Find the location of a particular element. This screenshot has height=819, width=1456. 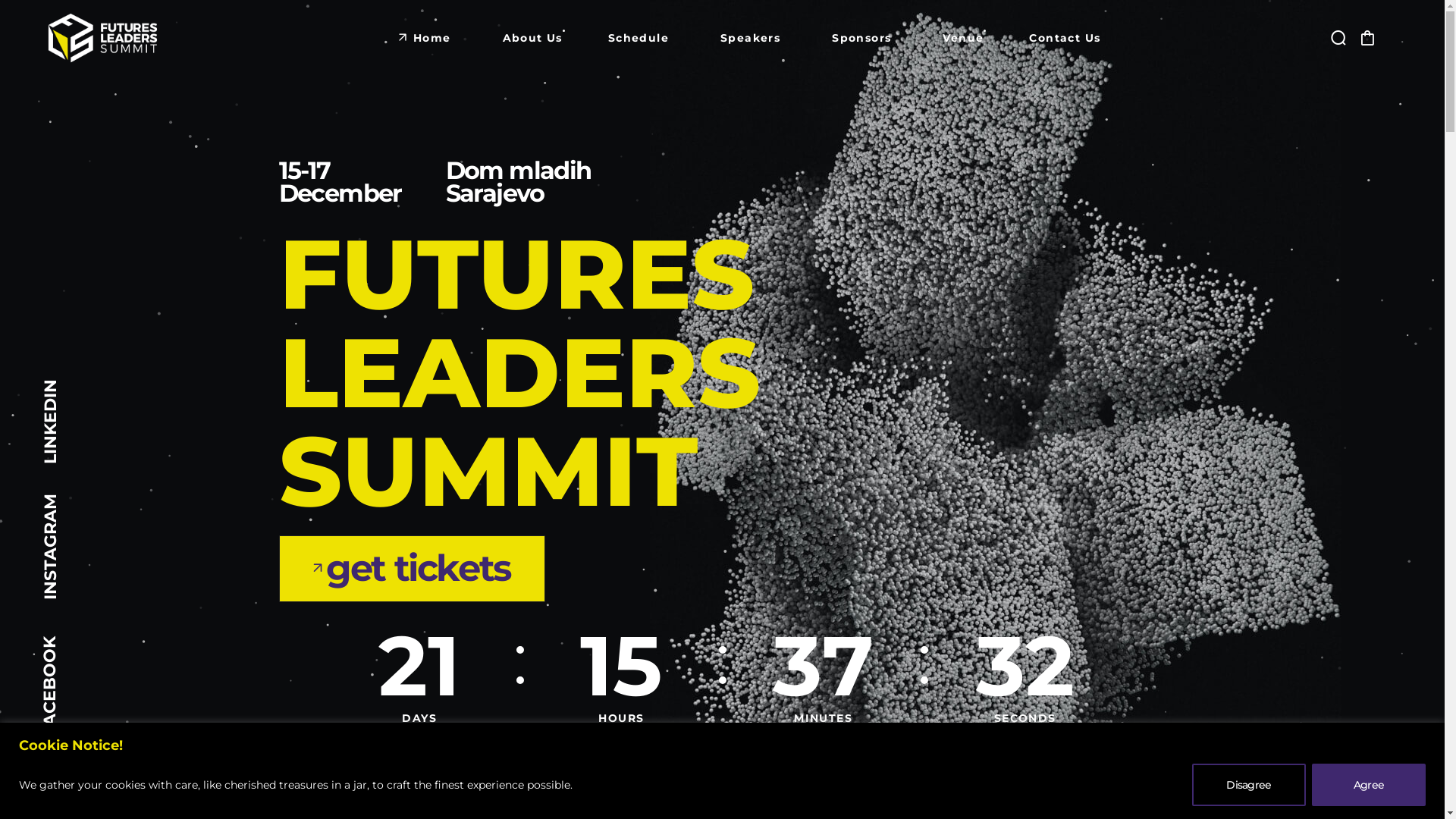

'get tickets' is located at coordinates (411, 568).